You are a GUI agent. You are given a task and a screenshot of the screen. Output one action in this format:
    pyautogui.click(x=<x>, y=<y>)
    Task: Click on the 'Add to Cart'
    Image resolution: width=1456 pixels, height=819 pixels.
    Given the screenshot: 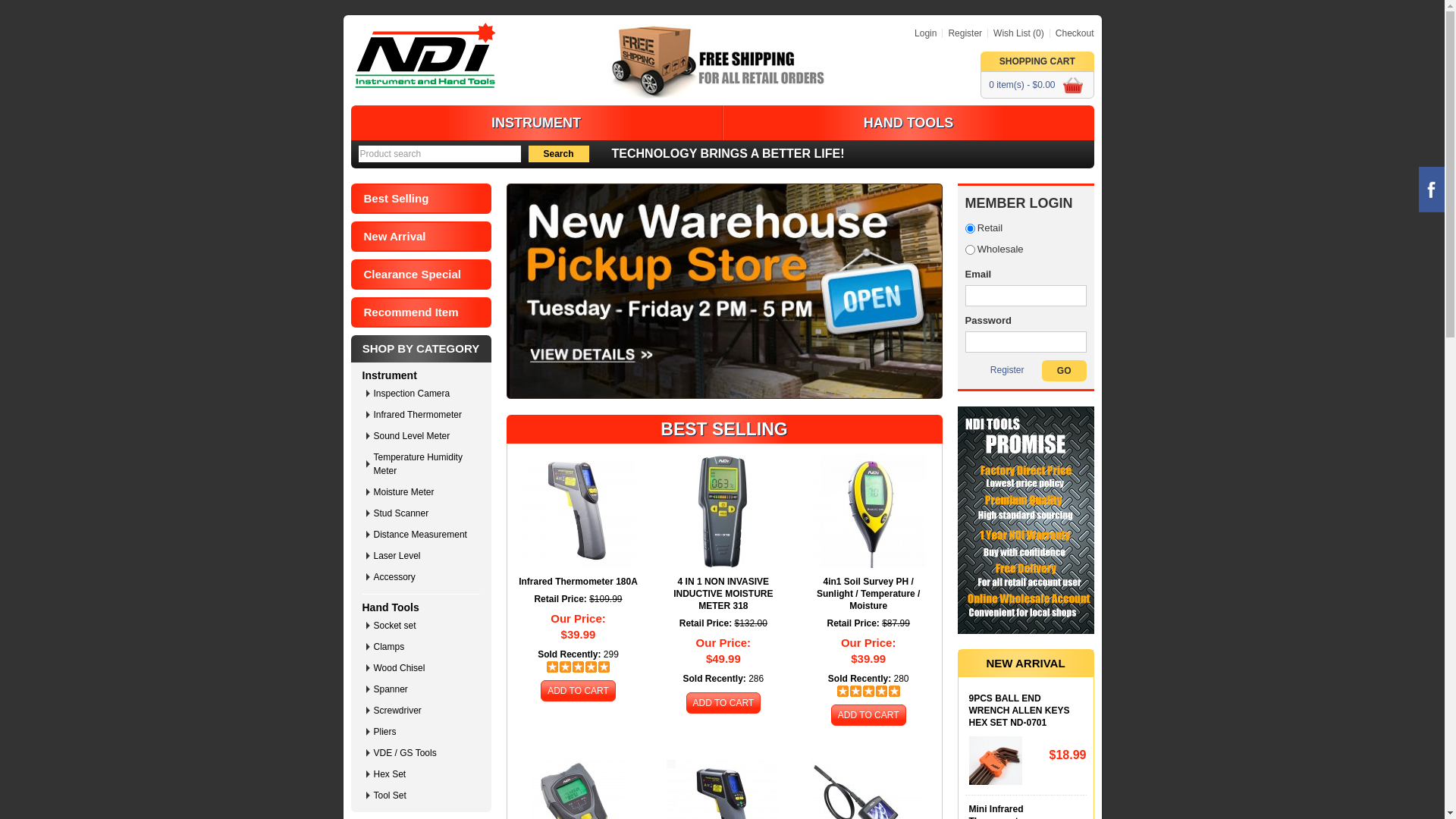 What is the action you would take?
    pyautogui.click(x=577, y=690)
    